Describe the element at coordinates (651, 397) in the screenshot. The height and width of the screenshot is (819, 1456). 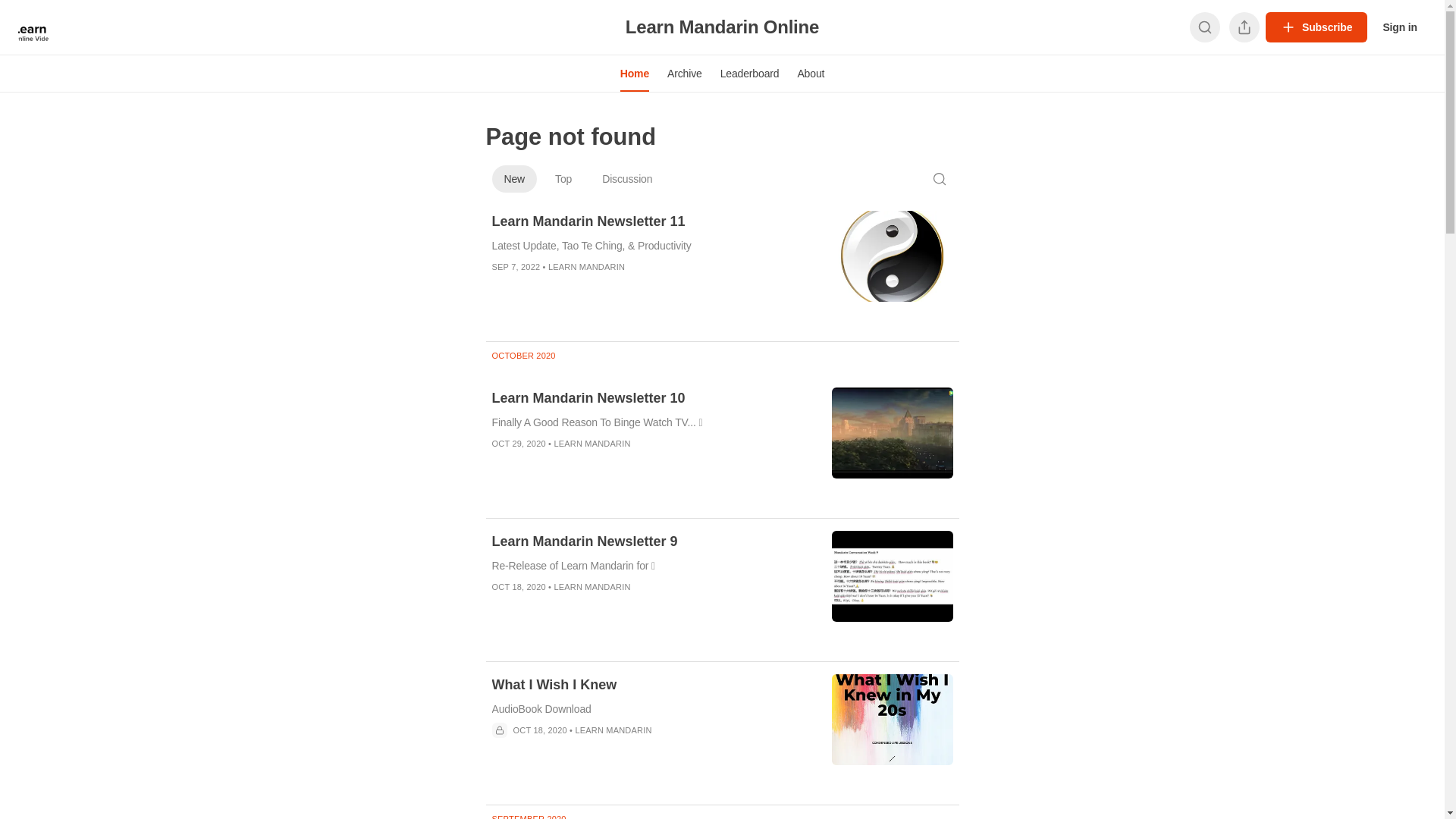
I see `'Learn Mandarin Newsletter 10'` at that location.